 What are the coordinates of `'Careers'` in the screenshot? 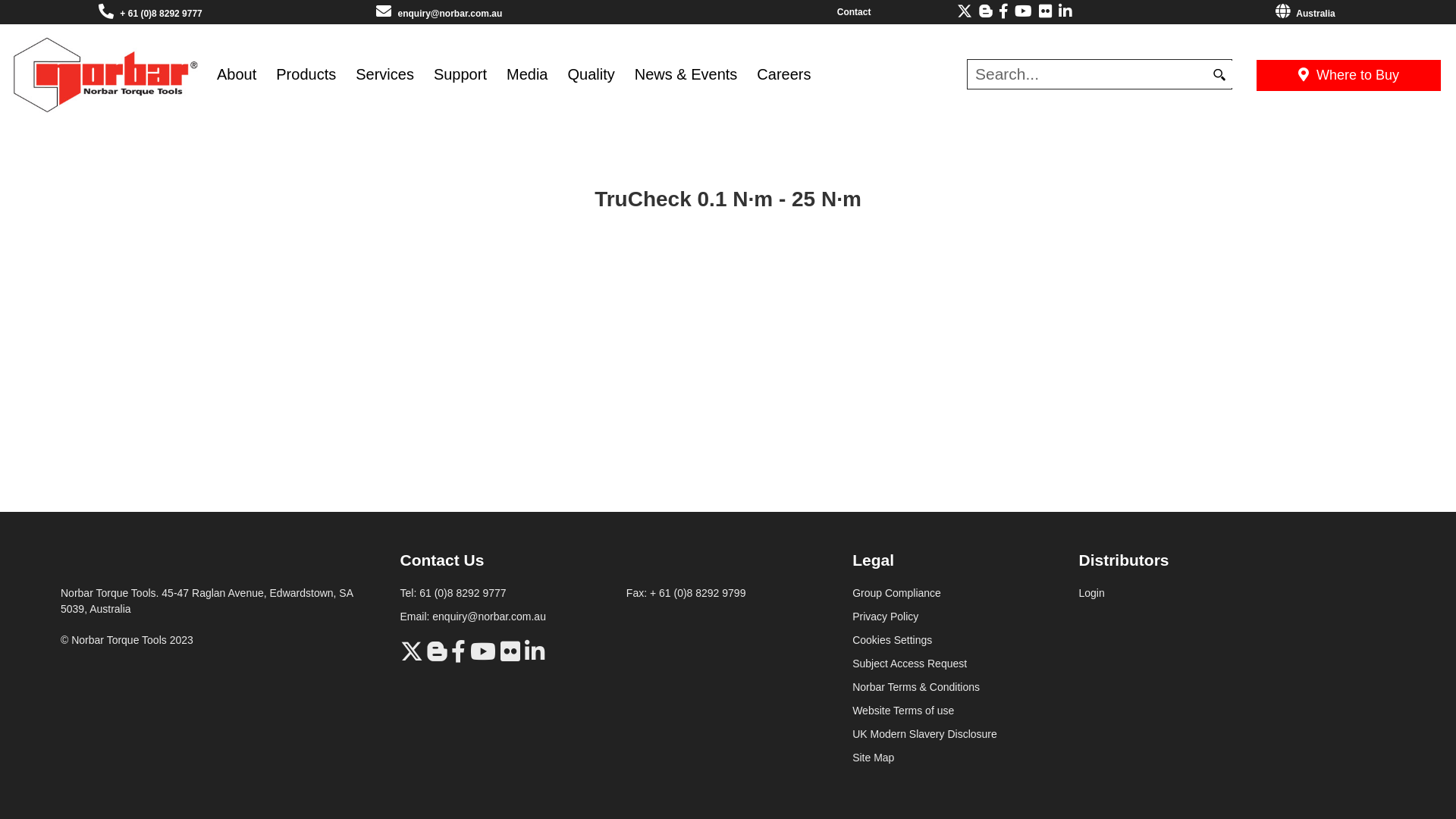 It's located at (783, 74).